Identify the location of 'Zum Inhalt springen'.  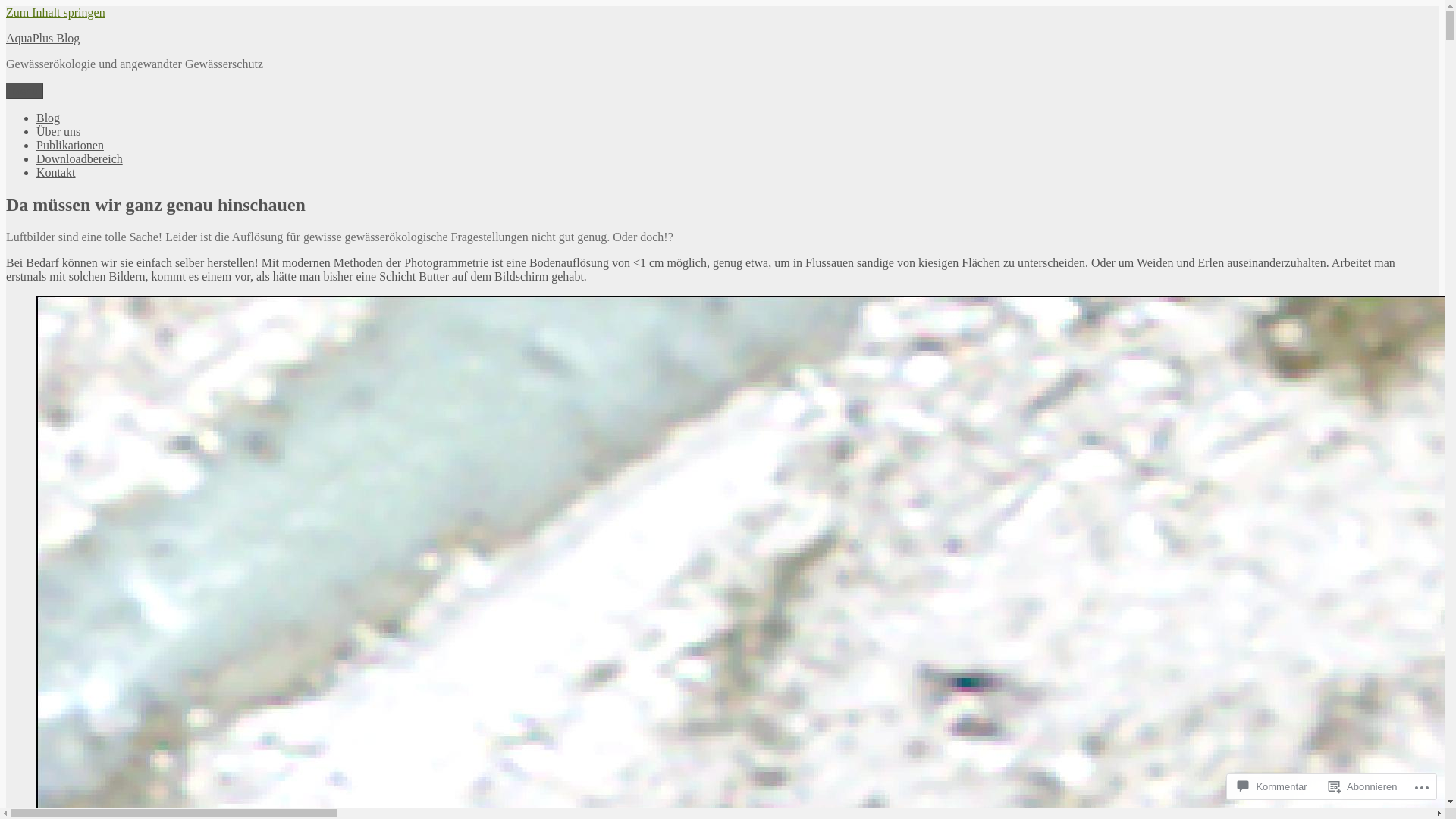
(55, 12).